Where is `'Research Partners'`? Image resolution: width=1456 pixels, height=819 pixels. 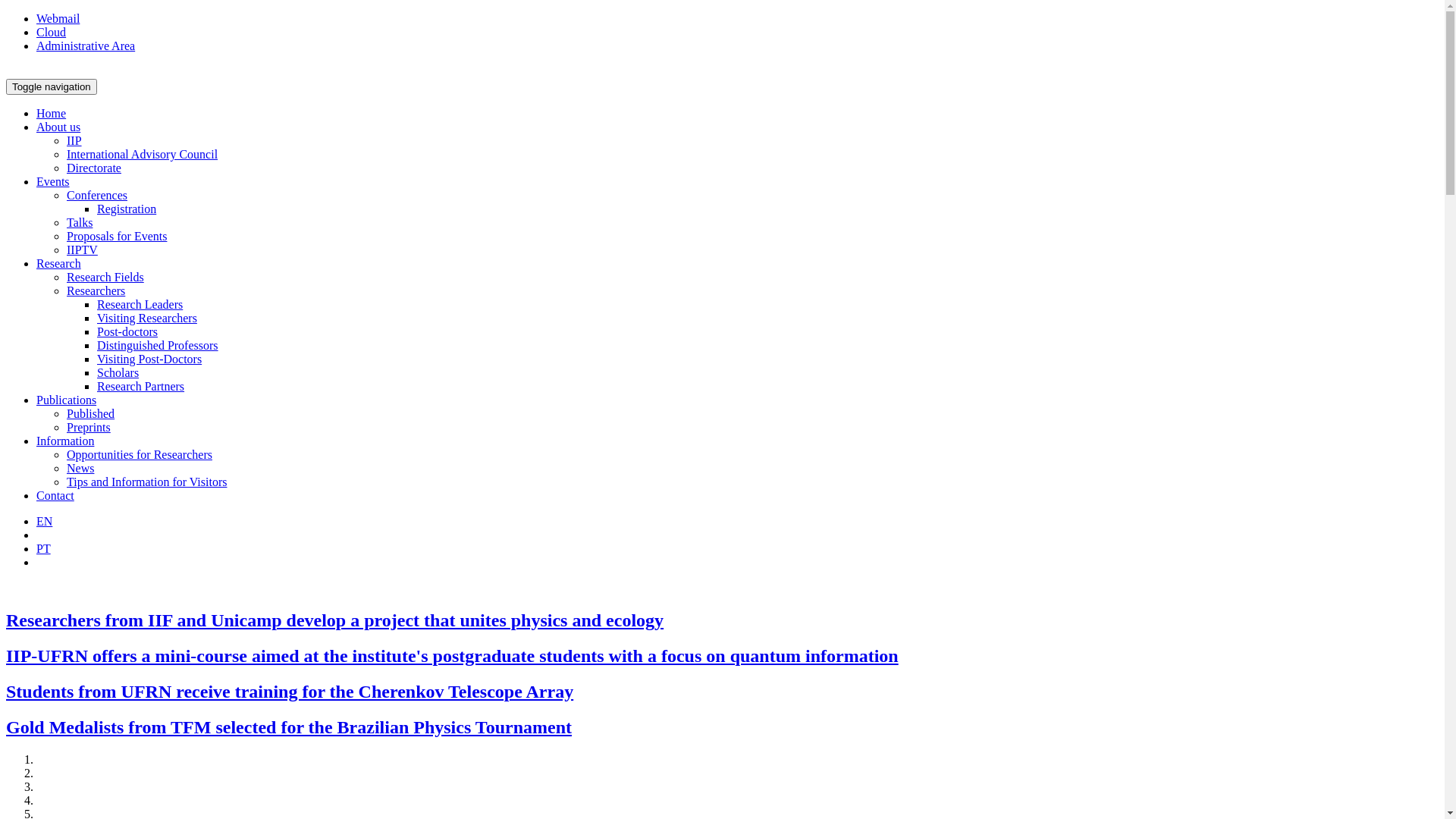
'Research Partners' is located at coordinates (140, 385).